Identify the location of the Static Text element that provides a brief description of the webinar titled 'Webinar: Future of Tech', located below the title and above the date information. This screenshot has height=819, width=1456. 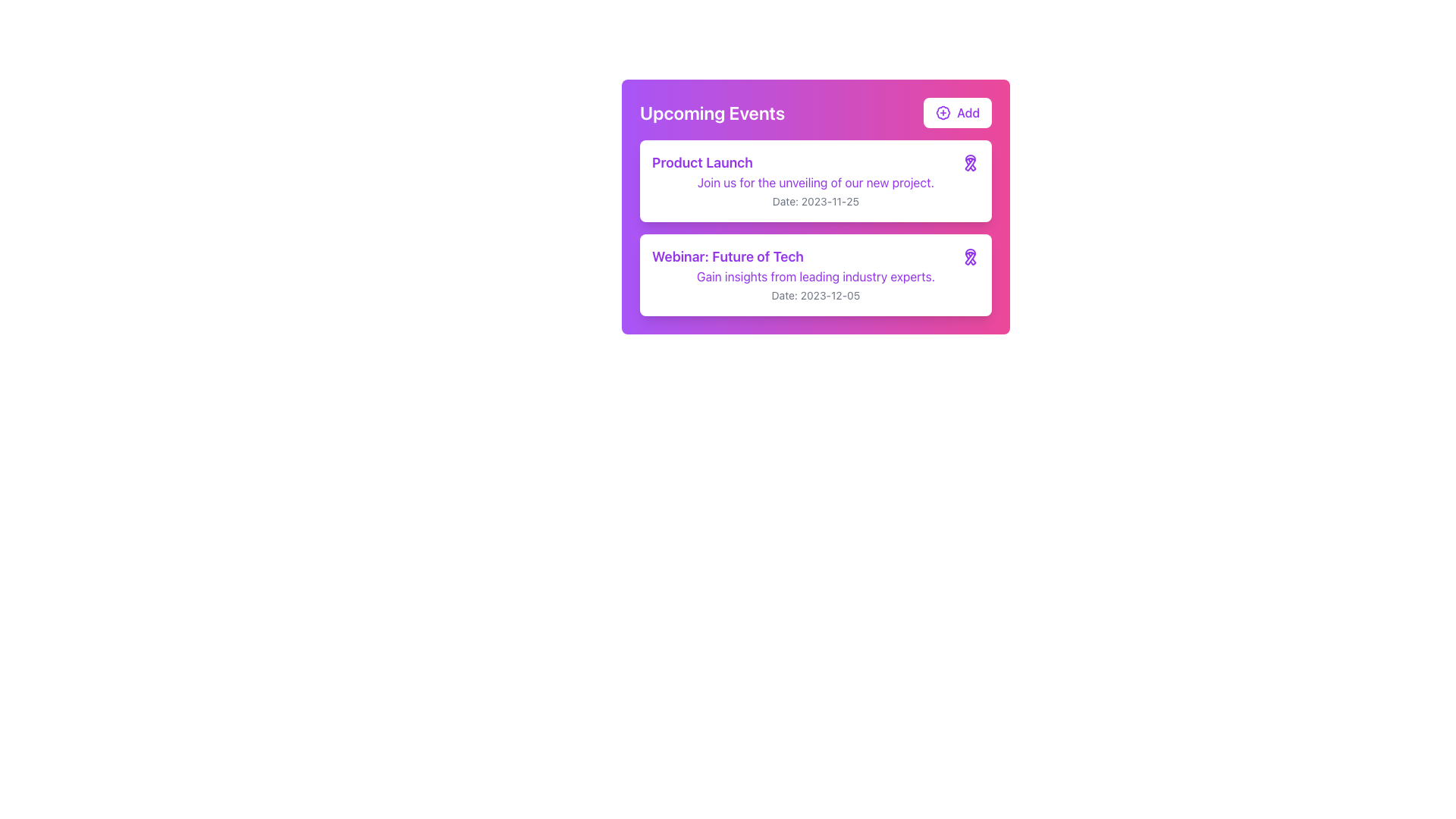
(814, 277).